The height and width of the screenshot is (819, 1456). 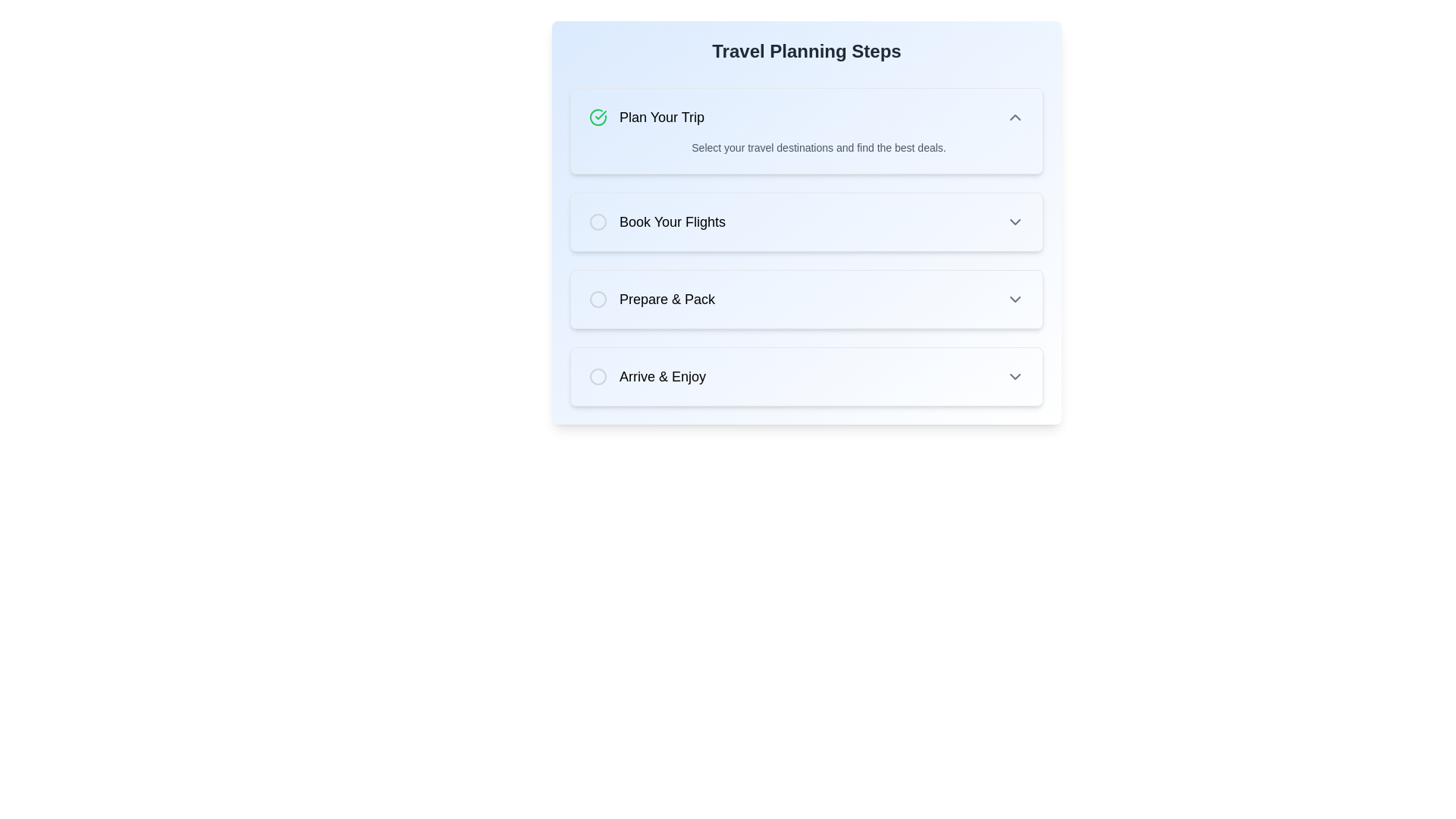 I want to click on the circle graphic indicator located in the lower section of the vertical list, next to the 'Arrive & Enjoy' text, so click(x=597, y=376).